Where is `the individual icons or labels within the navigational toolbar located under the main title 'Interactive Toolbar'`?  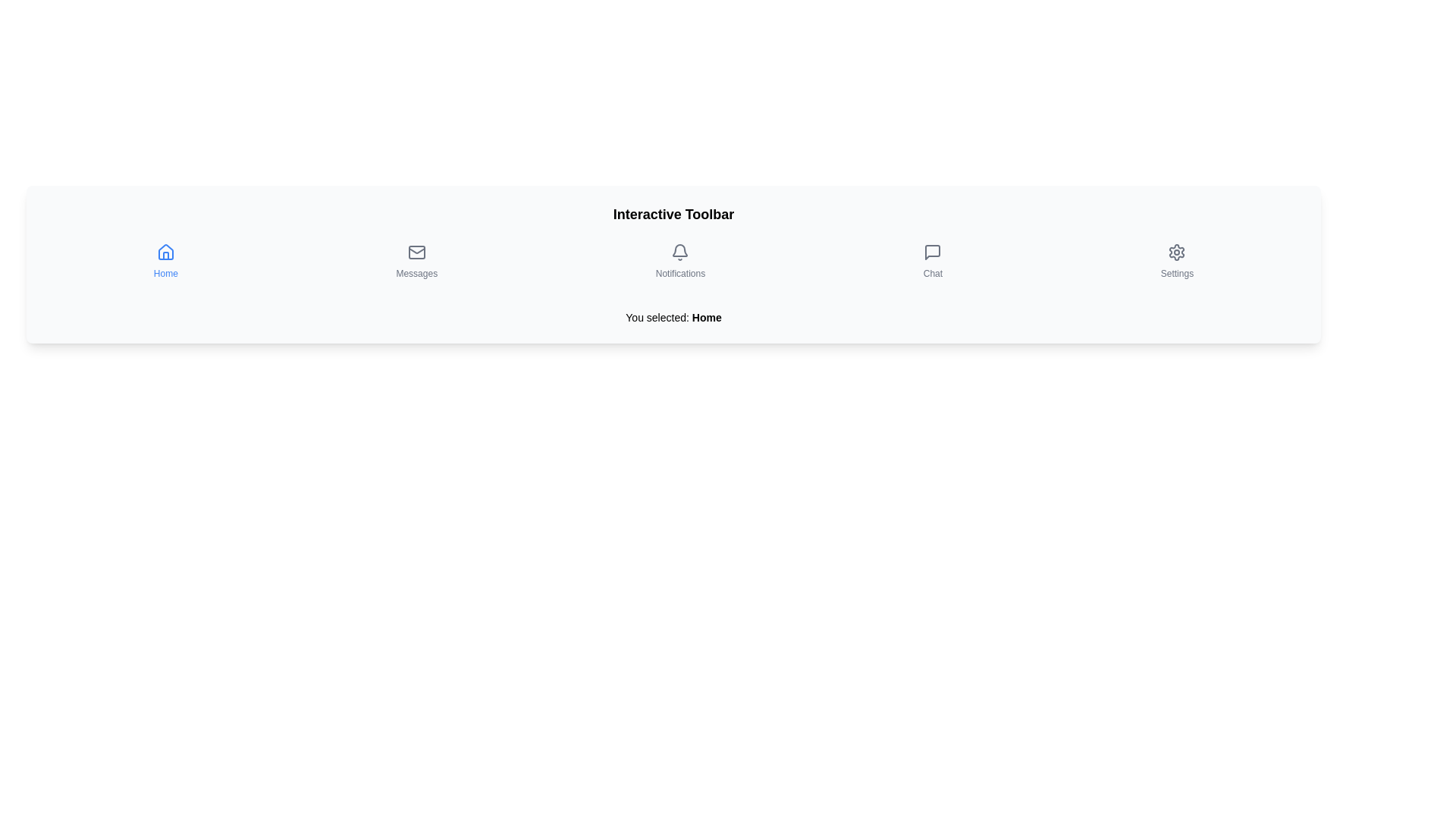 the individual icons or labels within the navigational toolbar located under the main title 'Interactive Toolbar' is located at coordinates (673, 260).